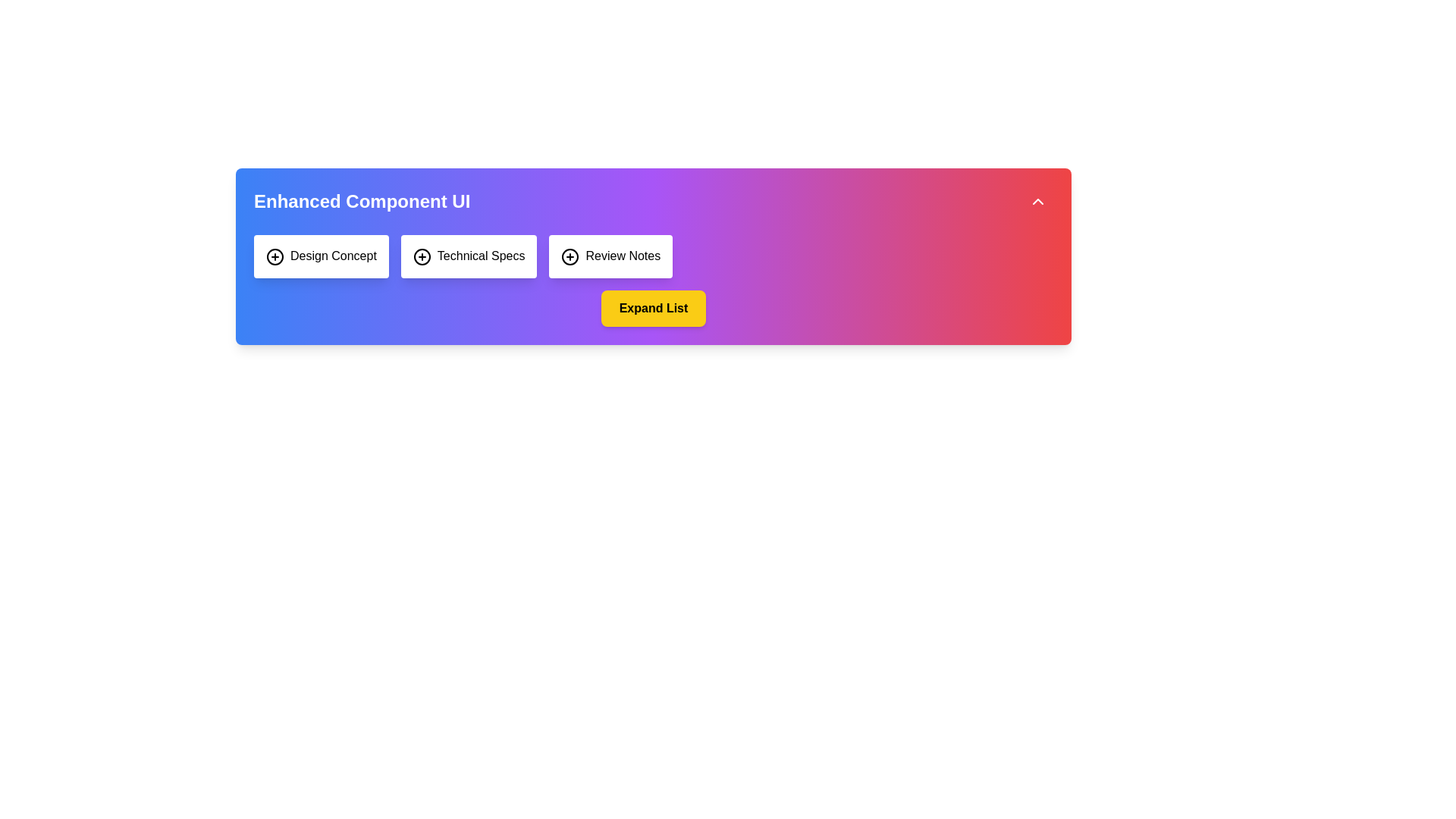 This screenshot has height=819, width=1456. I want to click on the 'Review Notes' button, so click(610, 256).